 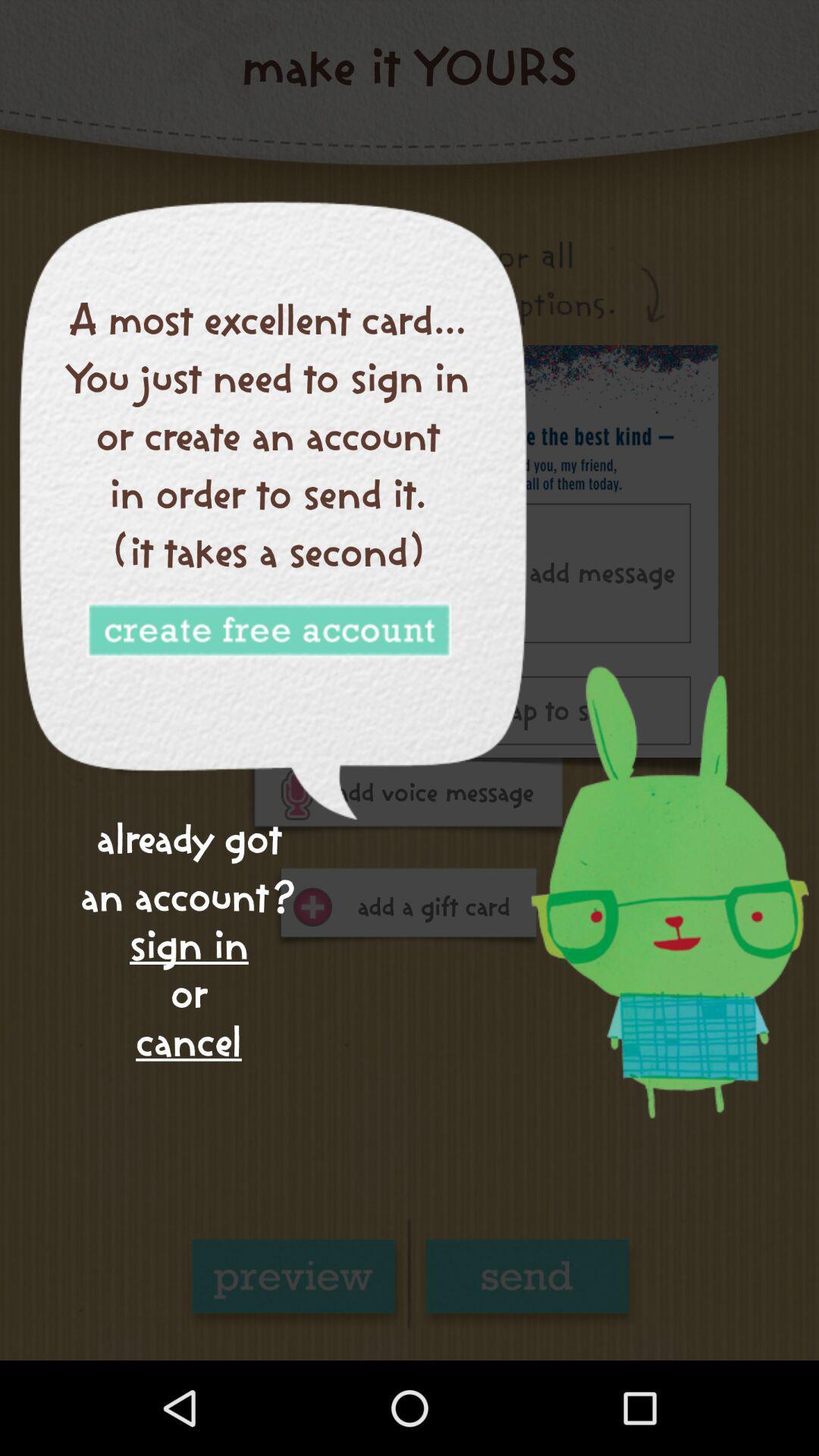 I want to click on cancel icon, so click(x=188, y=1040).